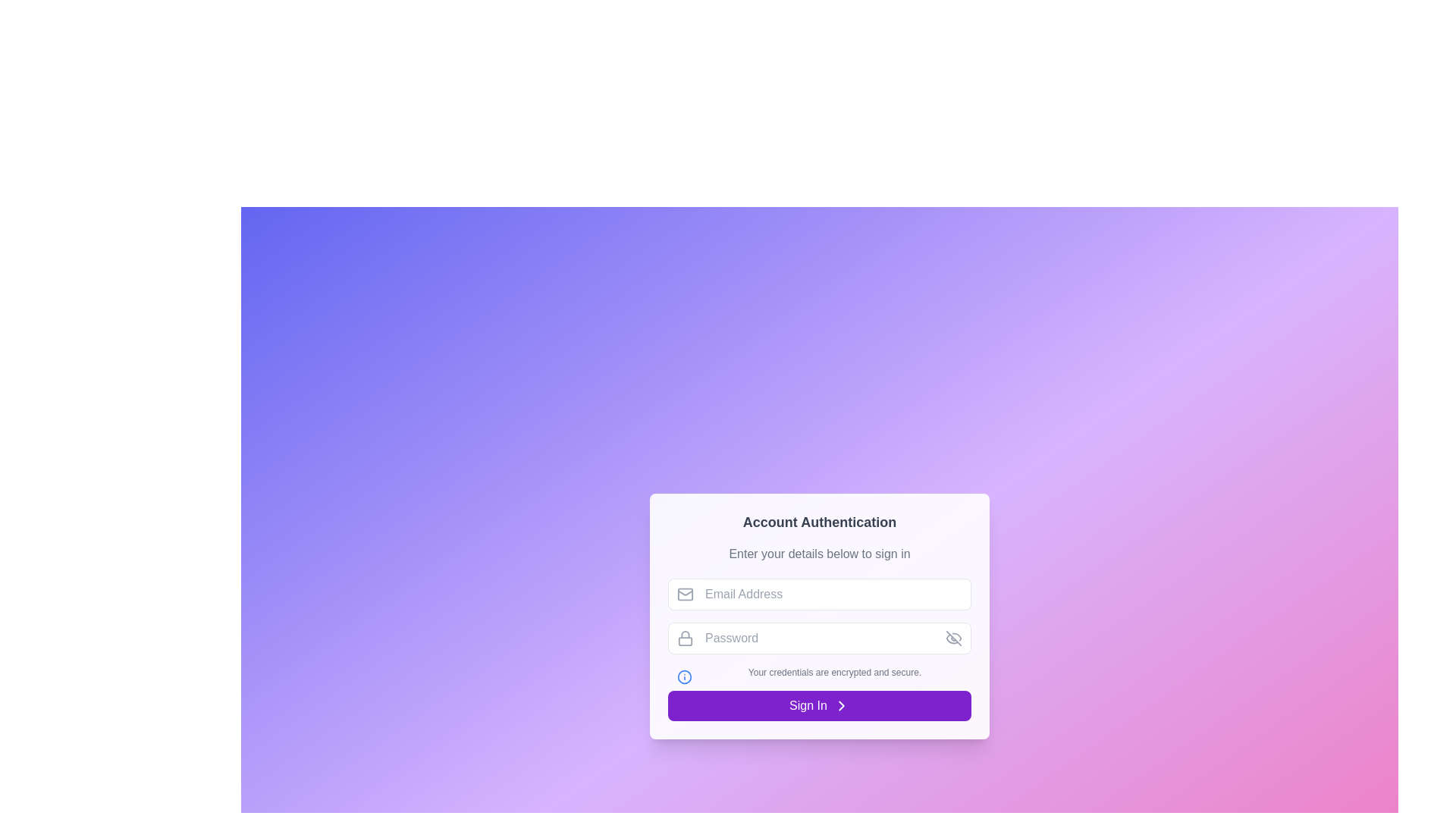 Image resolution: width=1456 pixels, height=819 pixels. I want to click on the static text within the bottom purple button of the 'Account Authentication' card by tabbing, so click(807, 705).